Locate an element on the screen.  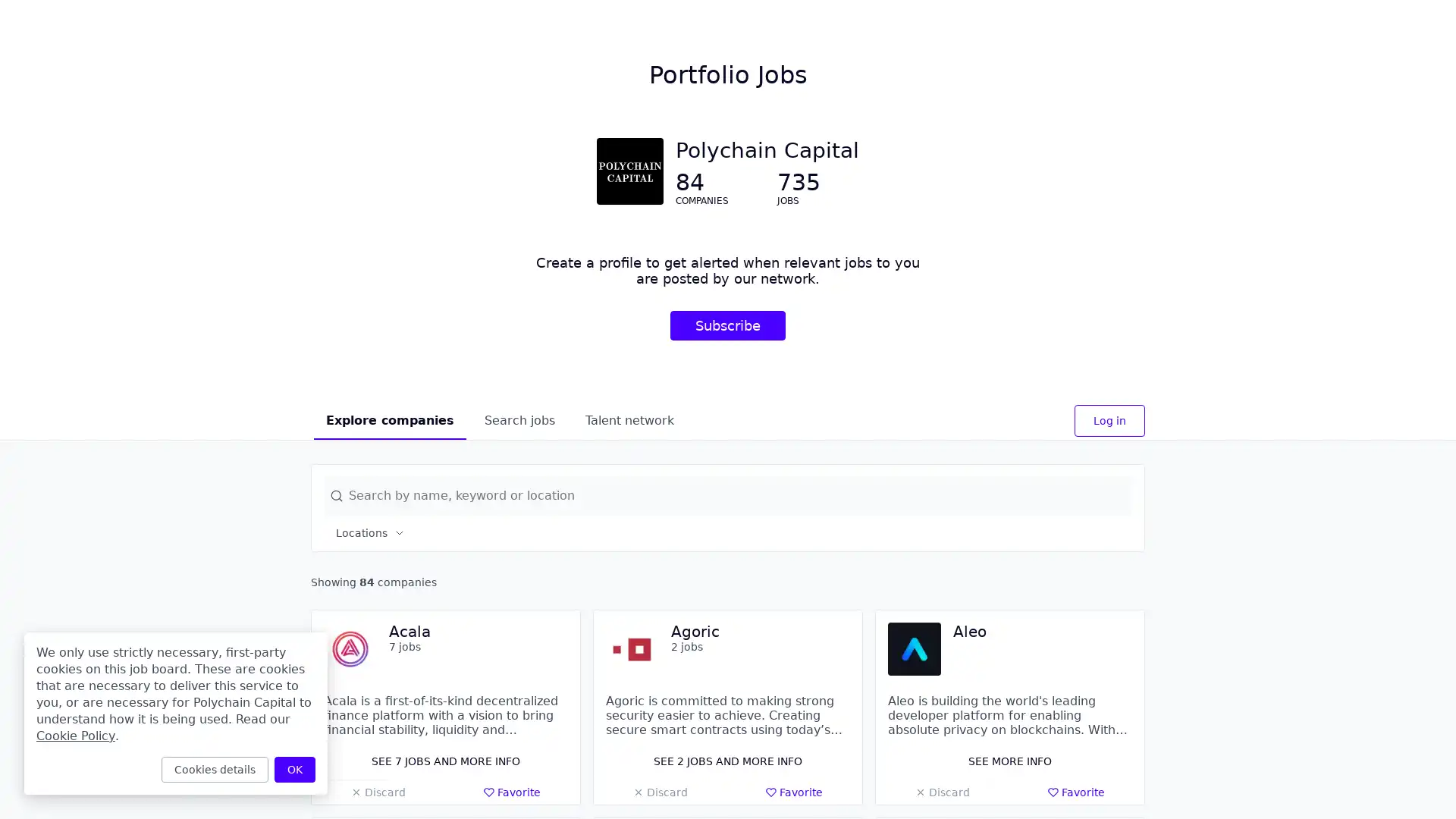
Cookies details is located at coordinates (214, 769).